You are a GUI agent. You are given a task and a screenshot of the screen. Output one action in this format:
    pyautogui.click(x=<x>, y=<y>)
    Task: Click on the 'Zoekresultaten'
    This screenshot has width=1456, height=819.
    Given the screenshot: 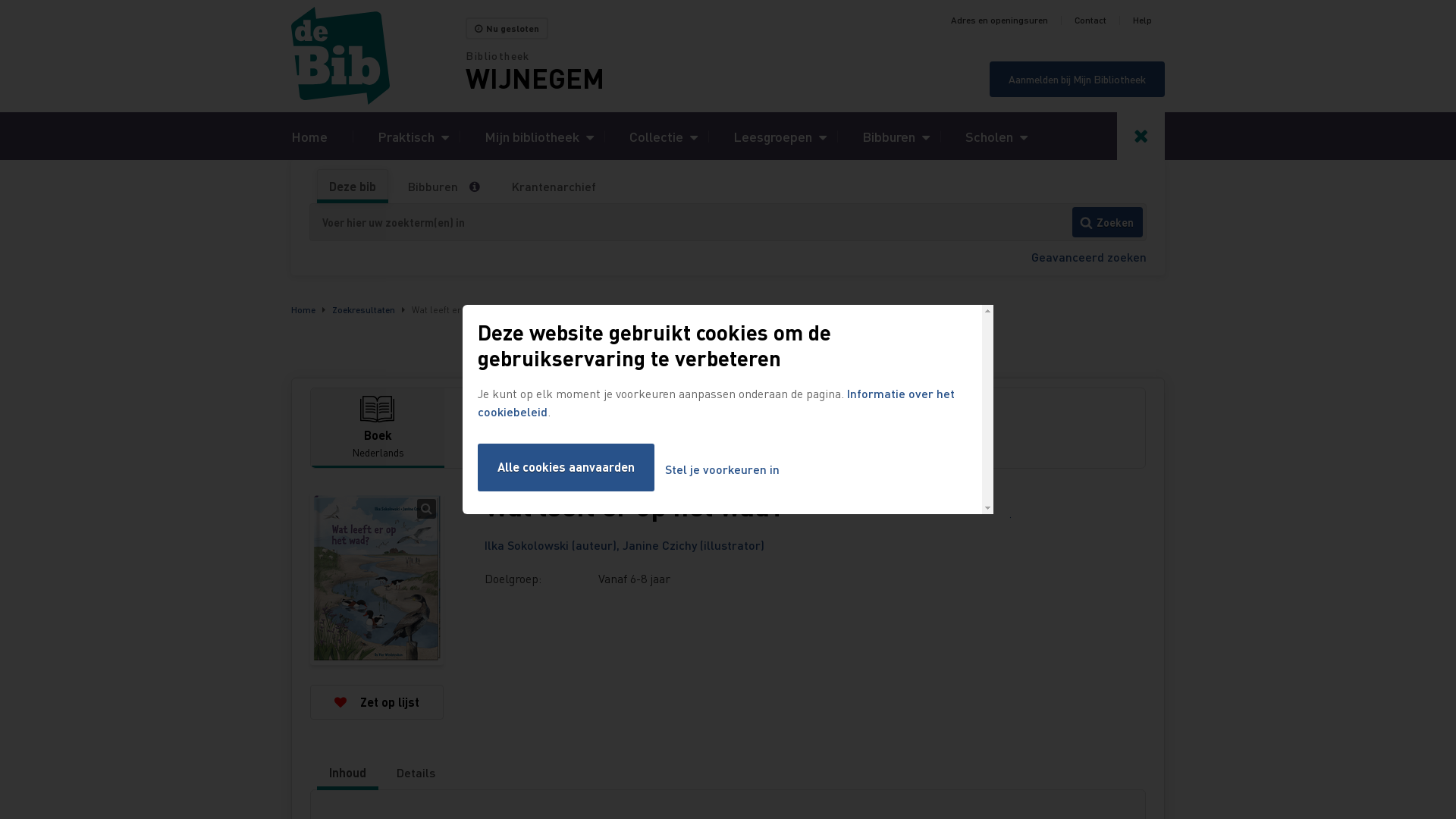 What is the action you would take?
    pyautogui.click(x=331, y=309)
    